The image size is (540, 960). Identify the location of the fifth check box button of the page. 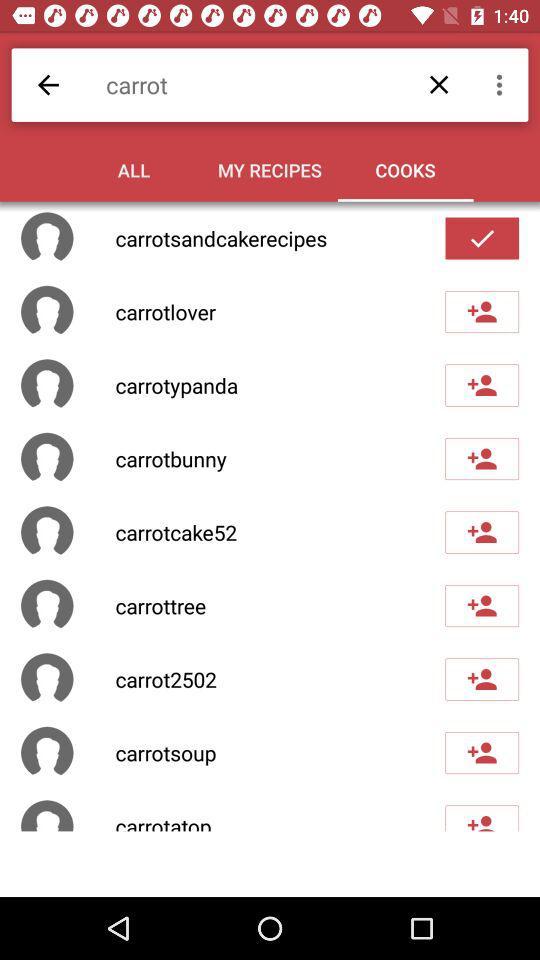
(481, 531).